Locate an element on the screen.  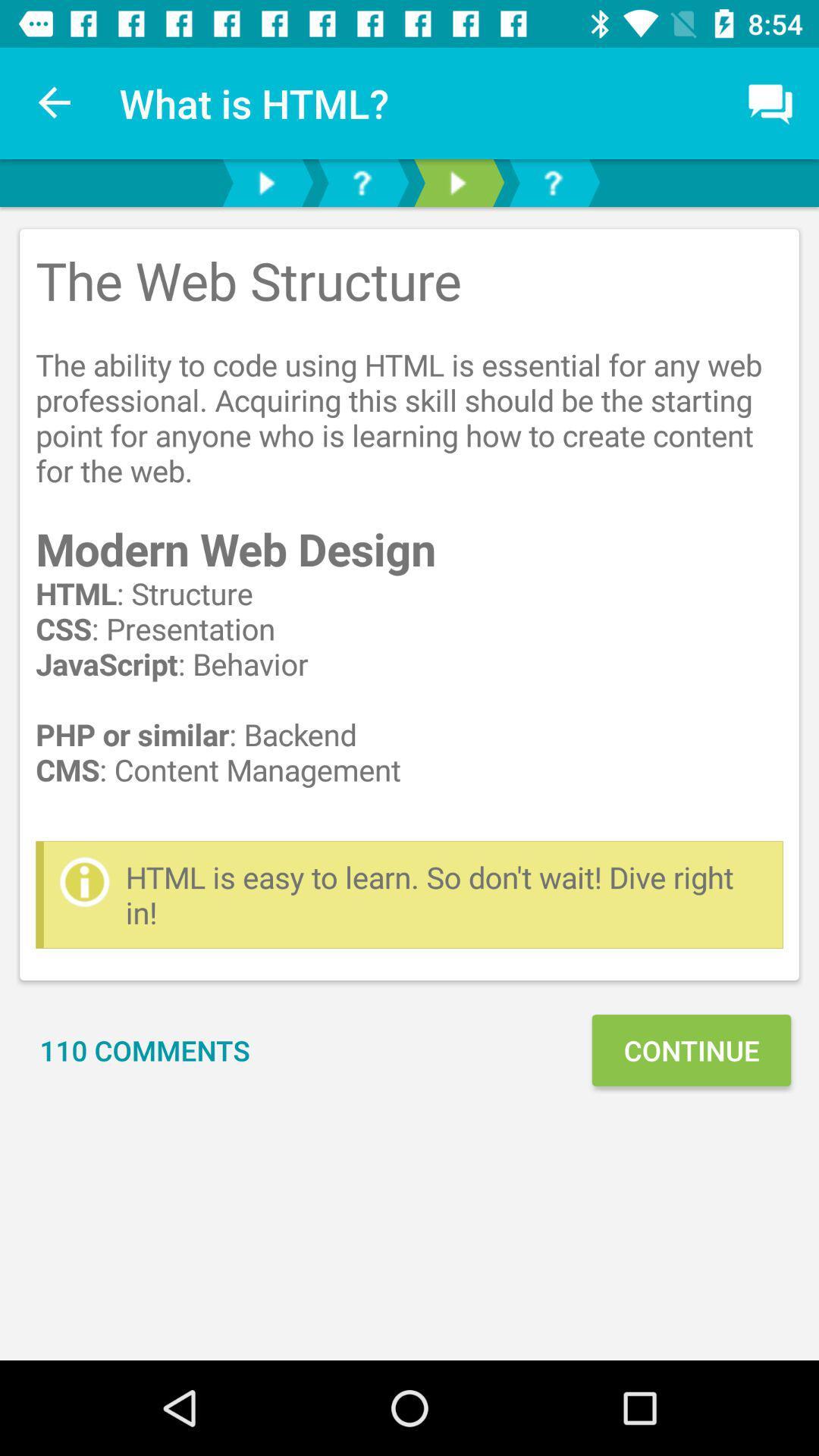
icon above the web structure icon is located at coordinates (55, 102).